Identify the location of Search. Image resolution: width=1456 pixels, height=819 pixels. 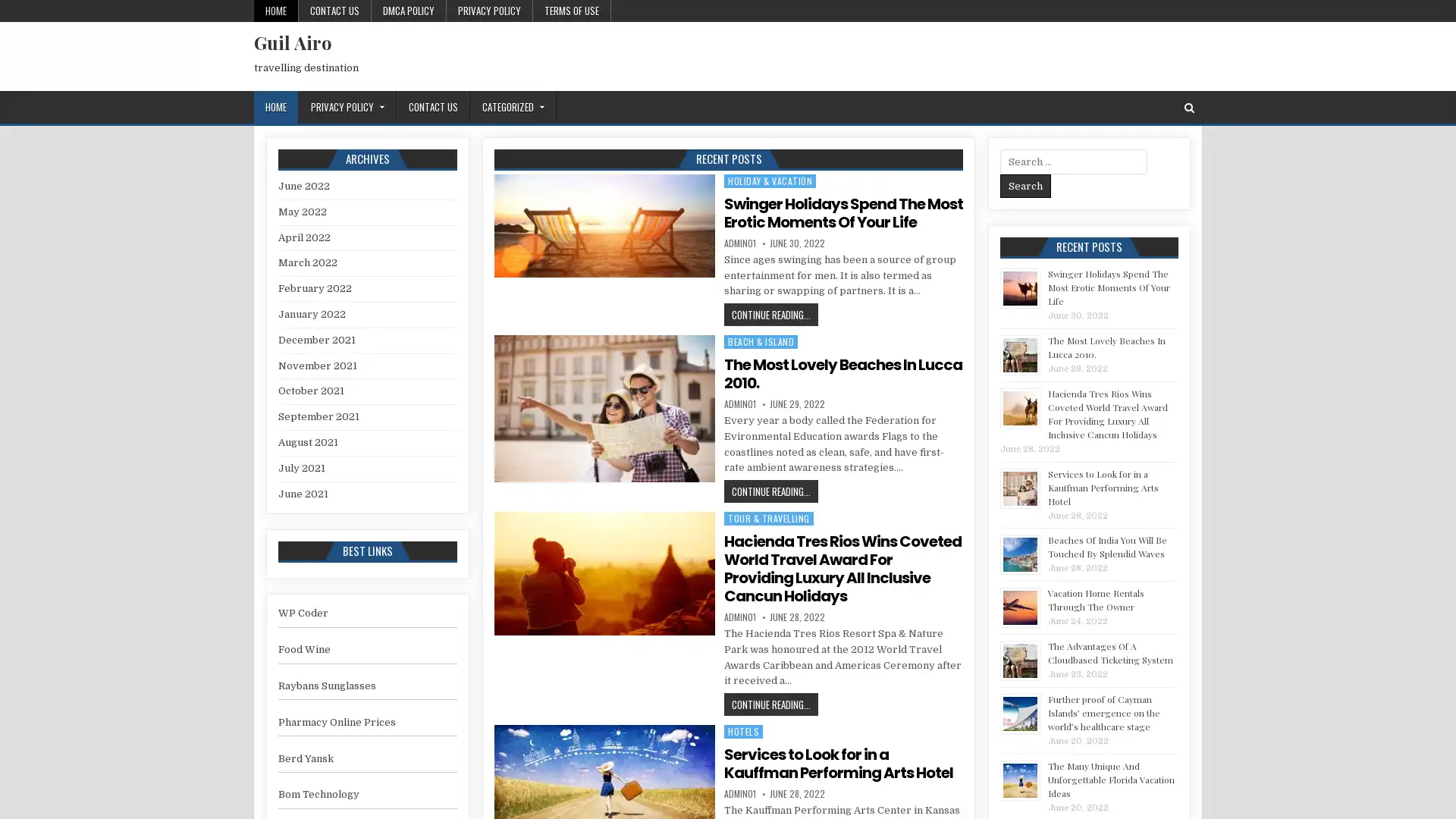
(1025, 185).